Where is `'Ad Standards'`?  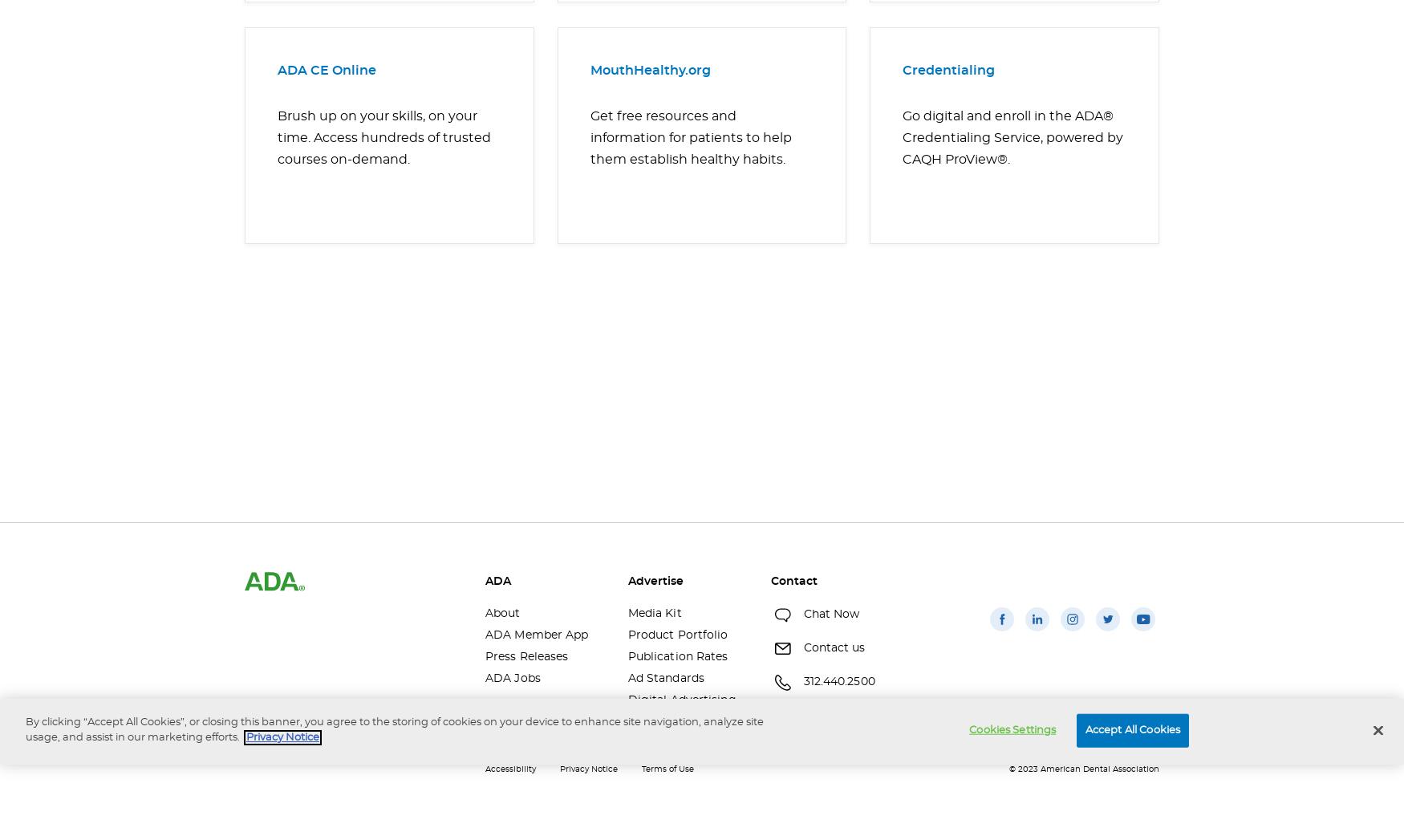 'Ad Standards' is located at coordinates (665, 678).